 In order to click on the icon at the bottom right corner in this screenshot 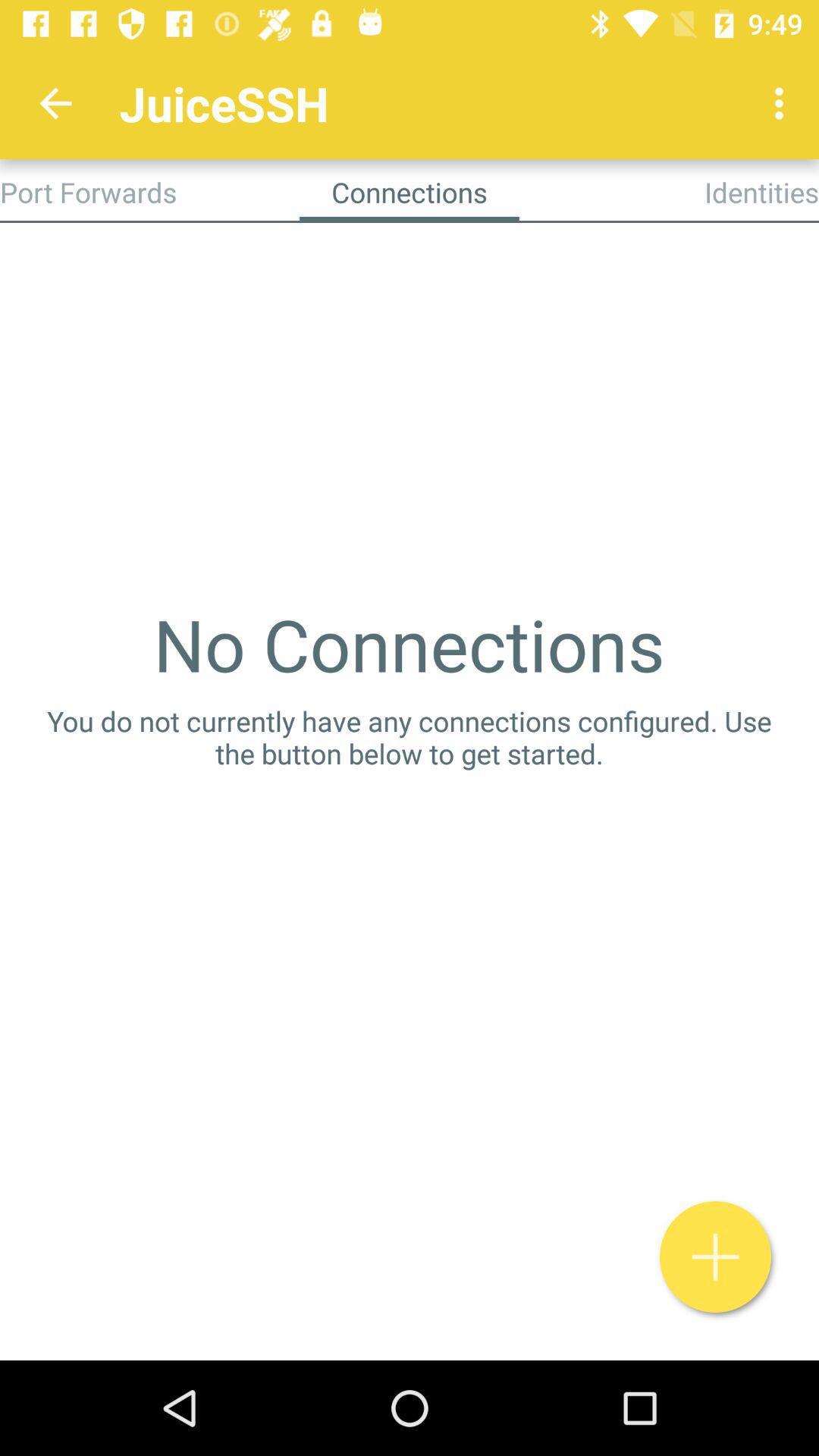, I will do `click(715, 1257)`.